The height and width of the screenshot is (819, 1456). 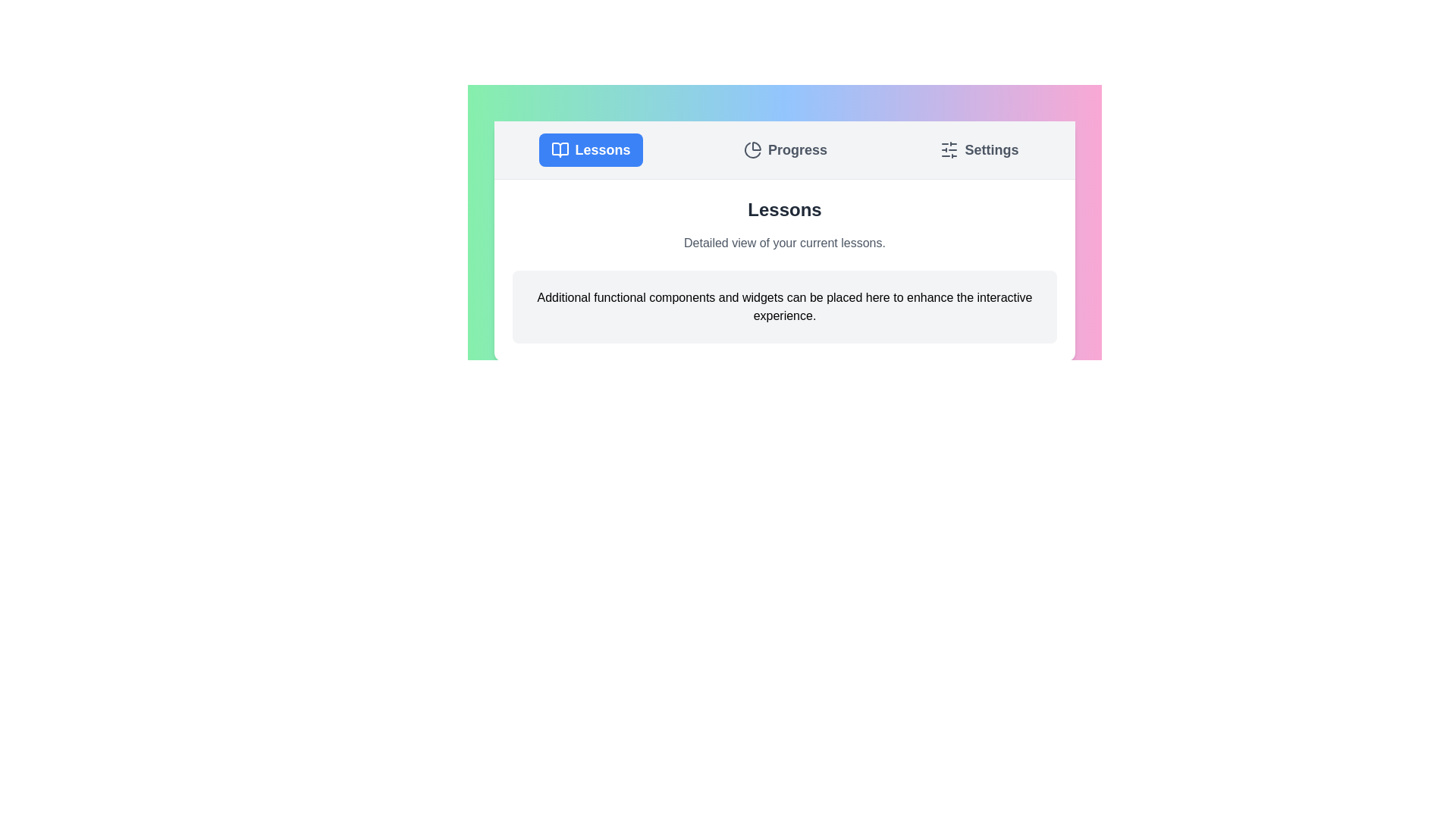 What do you see at coordinates (589, 149) in the screenshot?
I see `the Lessons tab by clicking on the corresponding tab button` at bounding box center [589, 149].